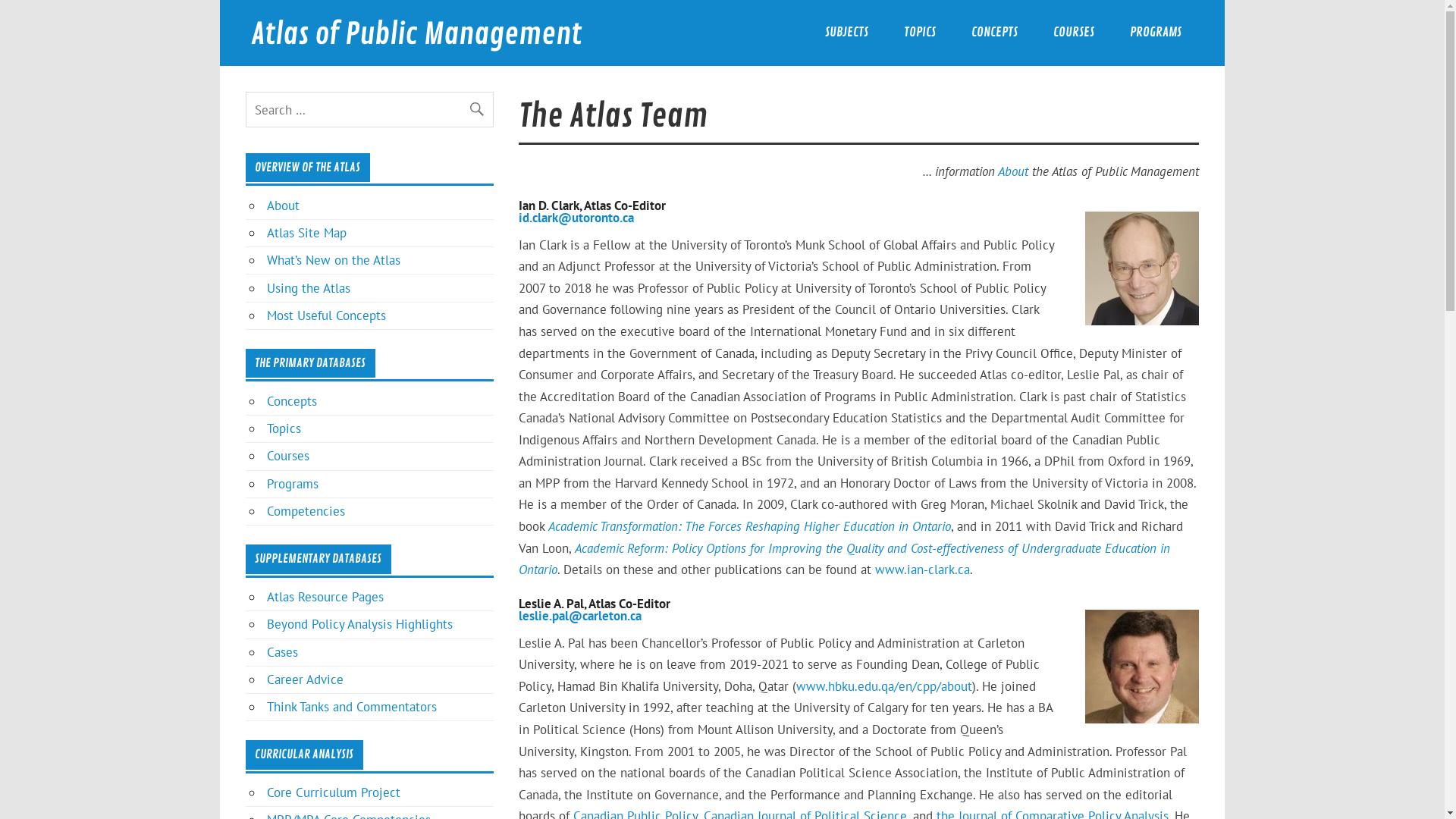 The image size is (1456, 819). Describe the element at coordinates (575, 217) in the screenshot. I see `'id.clark@utoronto.ca'` at that location.